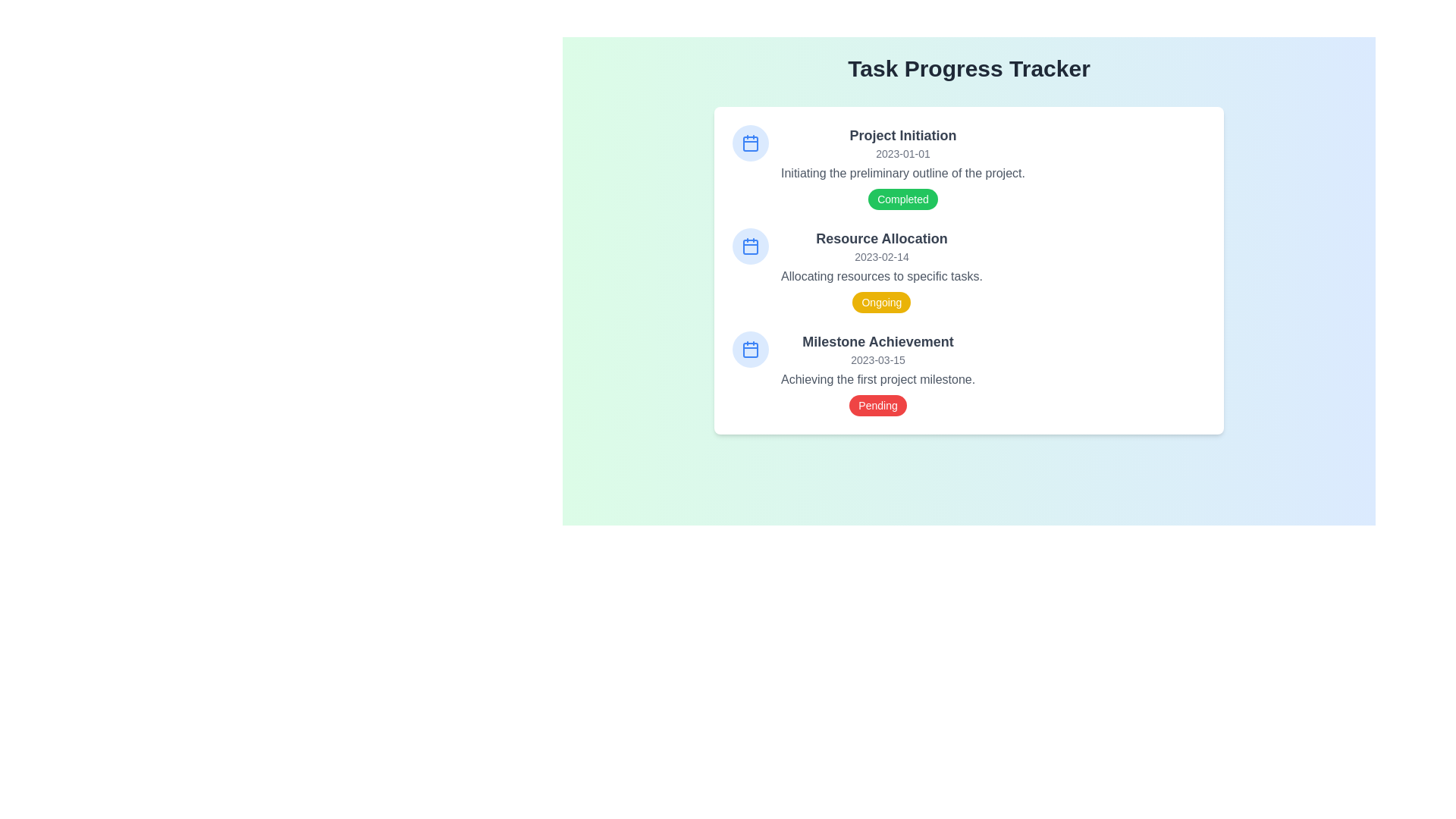  I want to click on the text content that provides additional detail for the 'Project Initiation' item, which is located beneath the date '2023-01-01' and above the status indicator 'Completed', so click(902, 172).